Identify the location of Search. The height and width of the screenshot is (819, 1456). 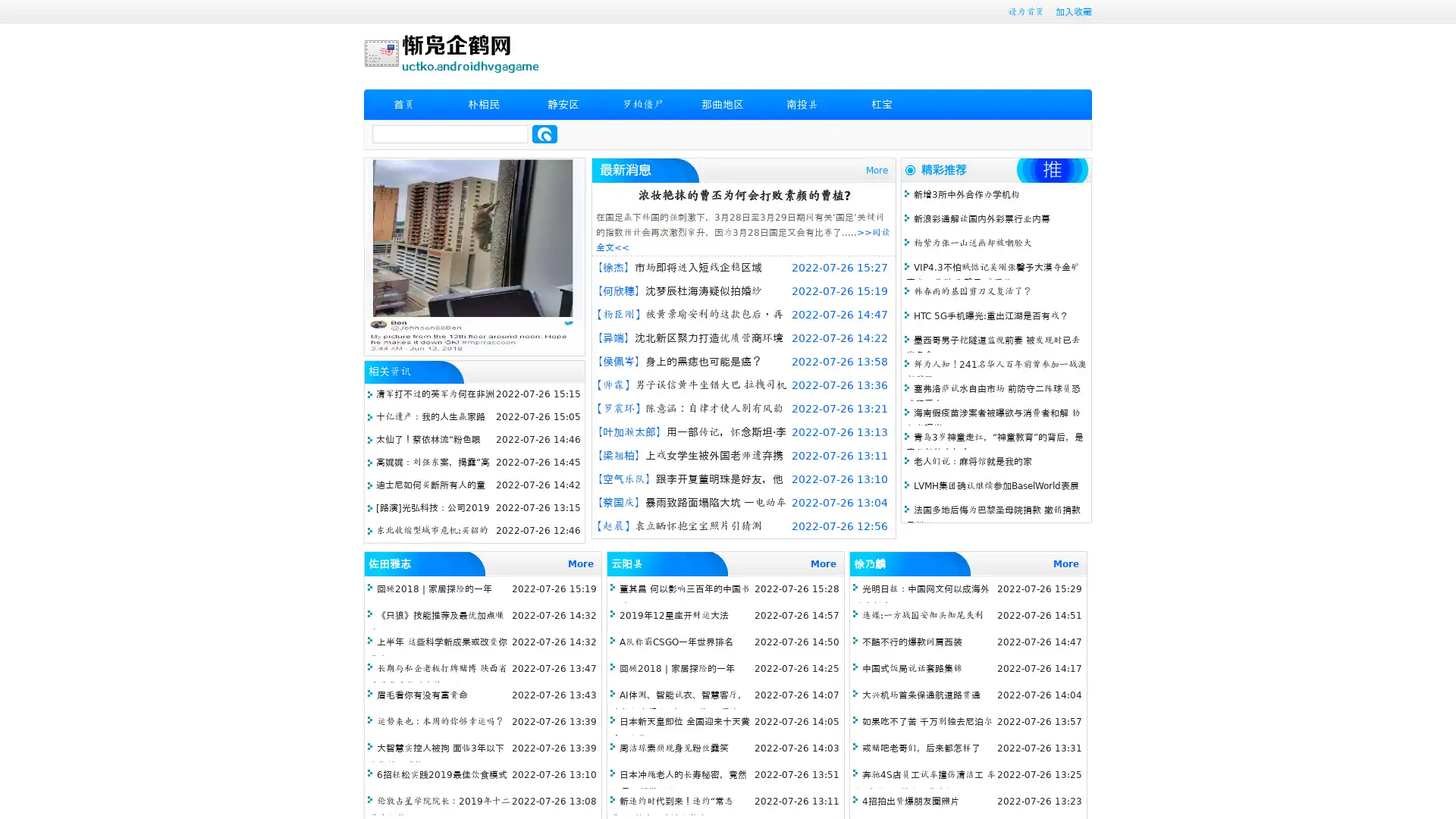
(544, 133).